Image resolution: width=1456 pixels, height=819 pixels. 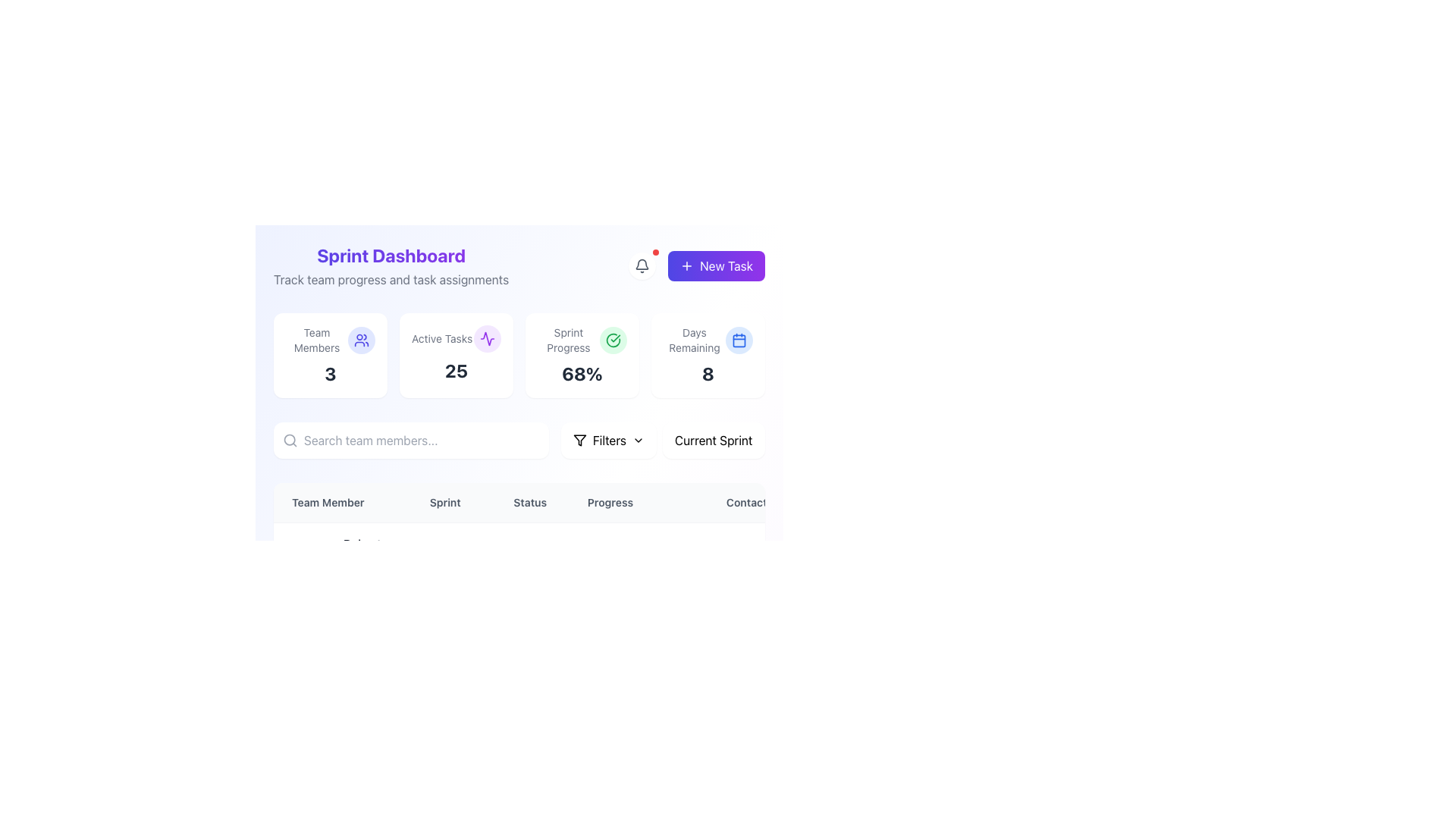 I want to click on the status conveyed by the small circular green status indicator located at the bottom right of the larger circular component with the text 'R', so click(x=319, y=581).